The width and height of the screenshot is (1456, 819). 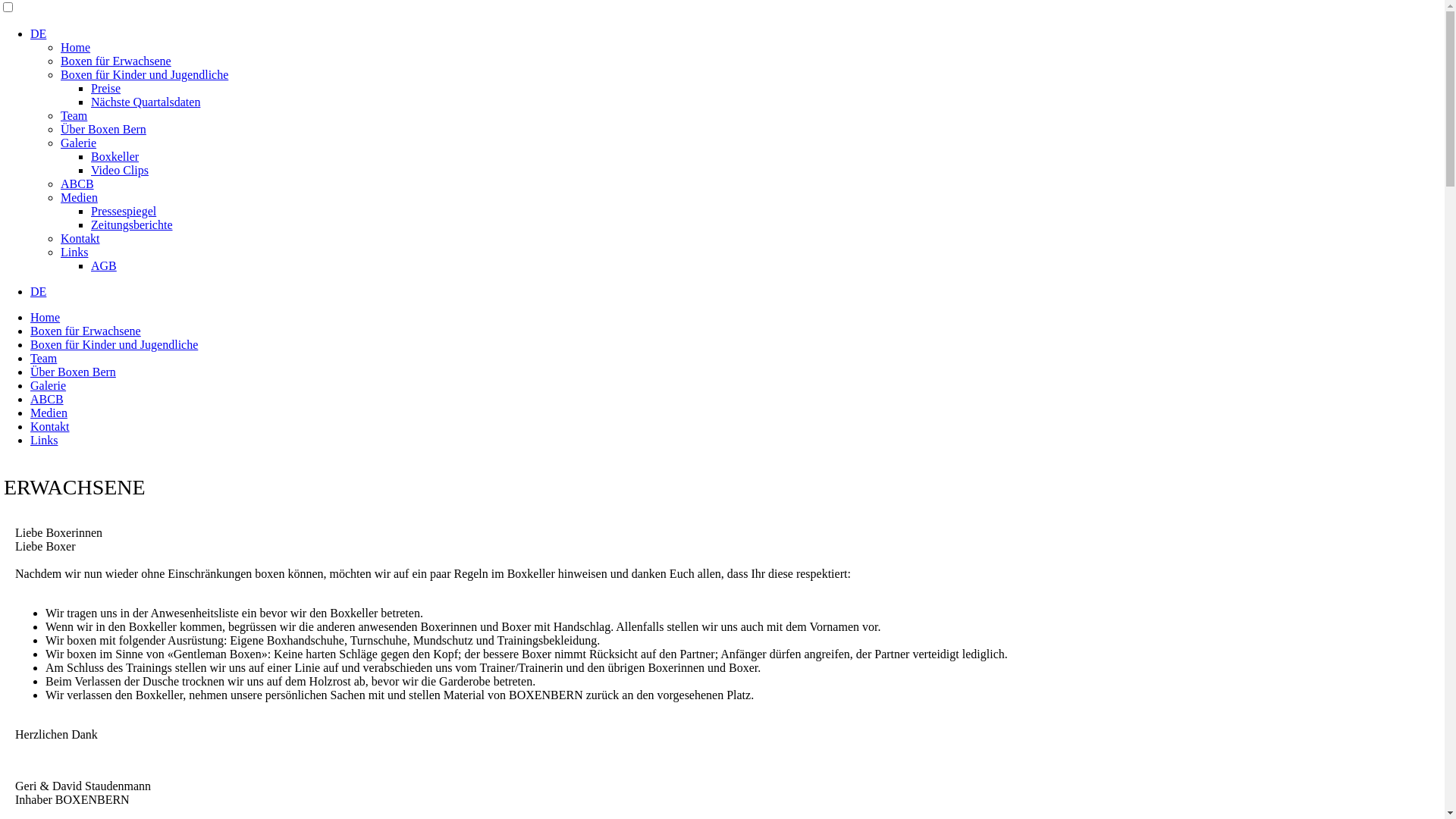 What do you see at coordinates (73, 251) in the screenshot?
I see `'Links'` at bounding box center [73, 251].